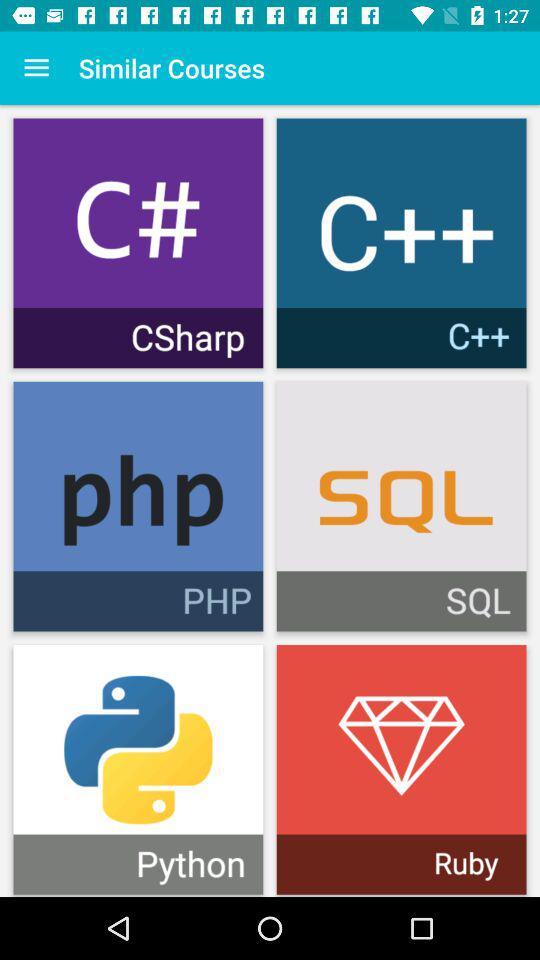 This screenshot has height=960, width=540. What do you see at coordinates (36, 68) in the screenshot?
I see `icon next to similar courses` at bounding box center [36, 68].